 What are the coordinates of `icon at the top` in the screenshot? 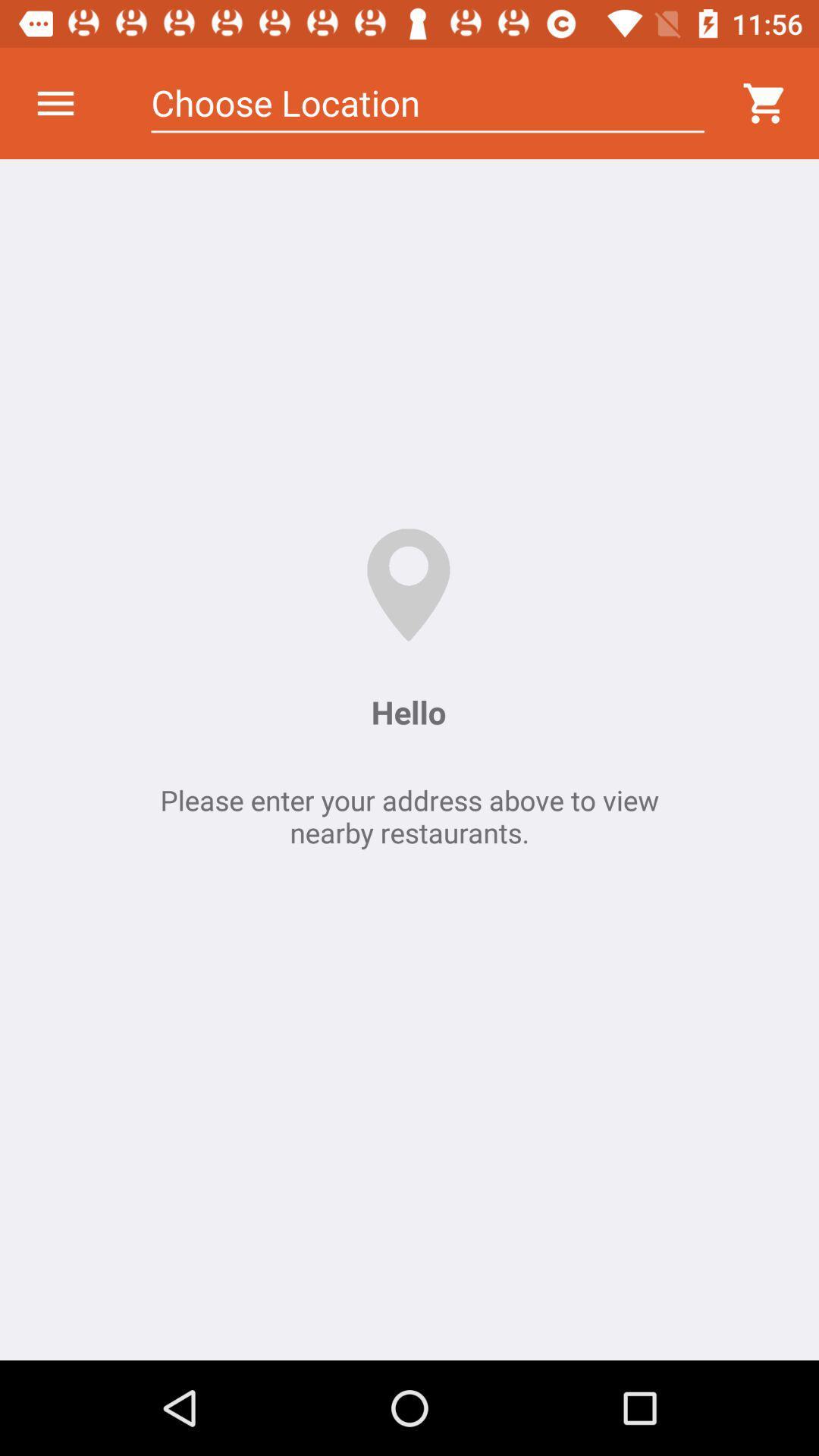 It's located at (428, 102).